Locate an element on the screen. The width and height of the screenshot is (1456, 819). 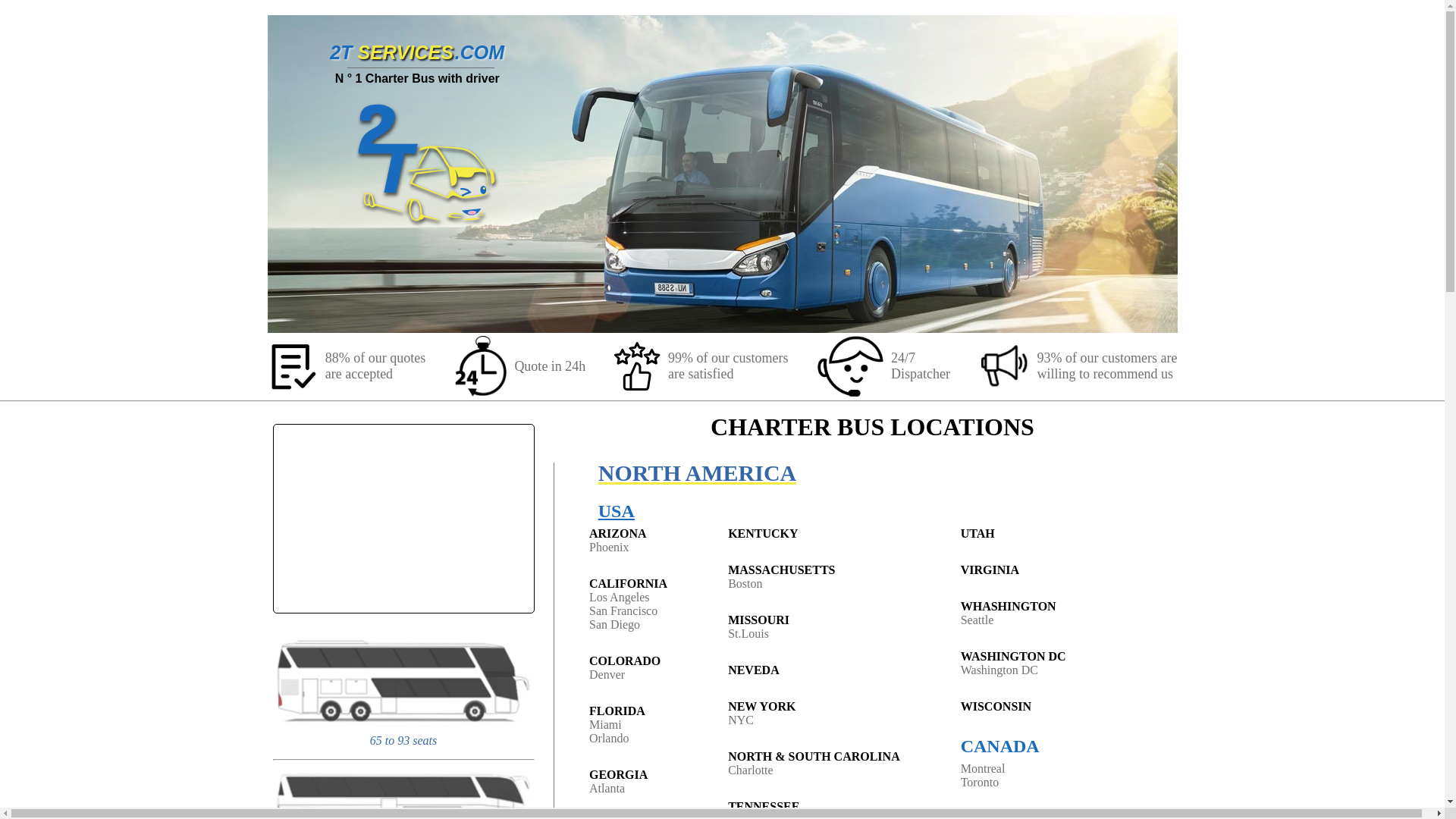
'Orlando' is located at coordinates (608, 737).